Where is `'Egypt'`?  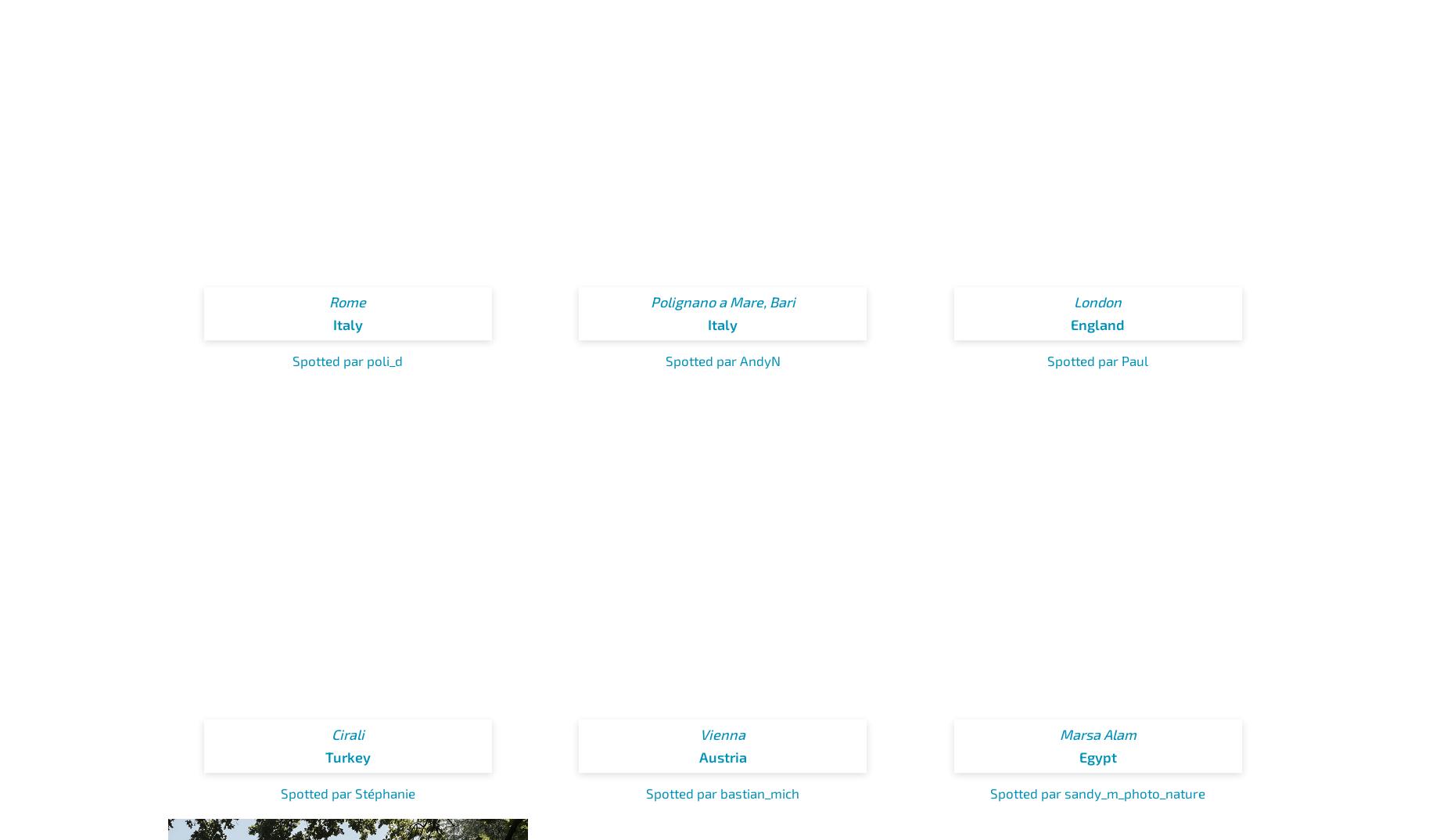
'Egypt' is located at coordinates (1097, 756).